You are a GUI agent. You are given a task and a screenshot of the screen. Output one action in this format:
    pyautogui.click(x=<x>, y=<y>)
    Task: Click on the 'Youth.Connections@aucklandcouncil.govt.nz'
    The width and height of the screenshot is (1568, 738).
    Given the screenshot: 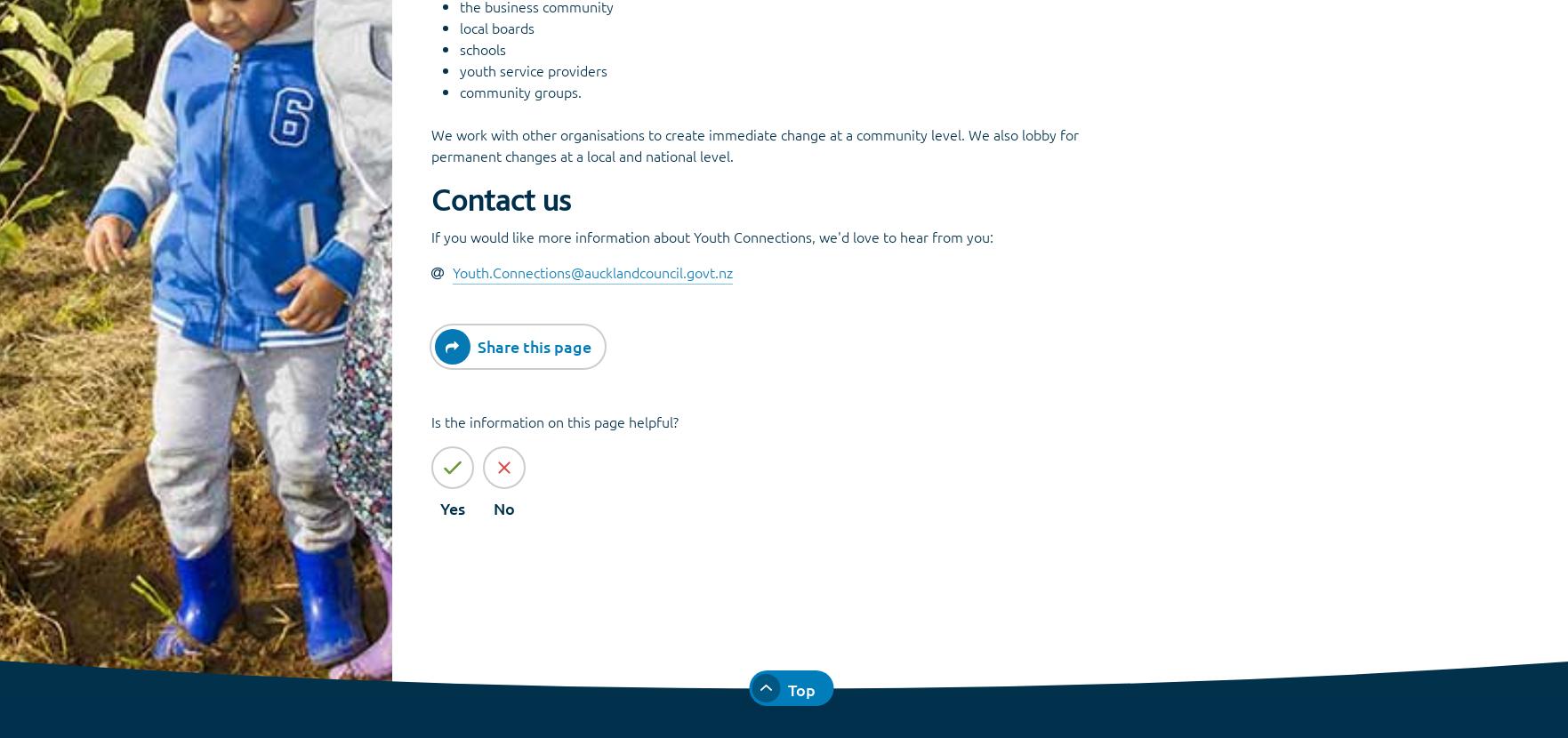 What is the action you would take?
    pyautogui.click(x=591, y=271)
    